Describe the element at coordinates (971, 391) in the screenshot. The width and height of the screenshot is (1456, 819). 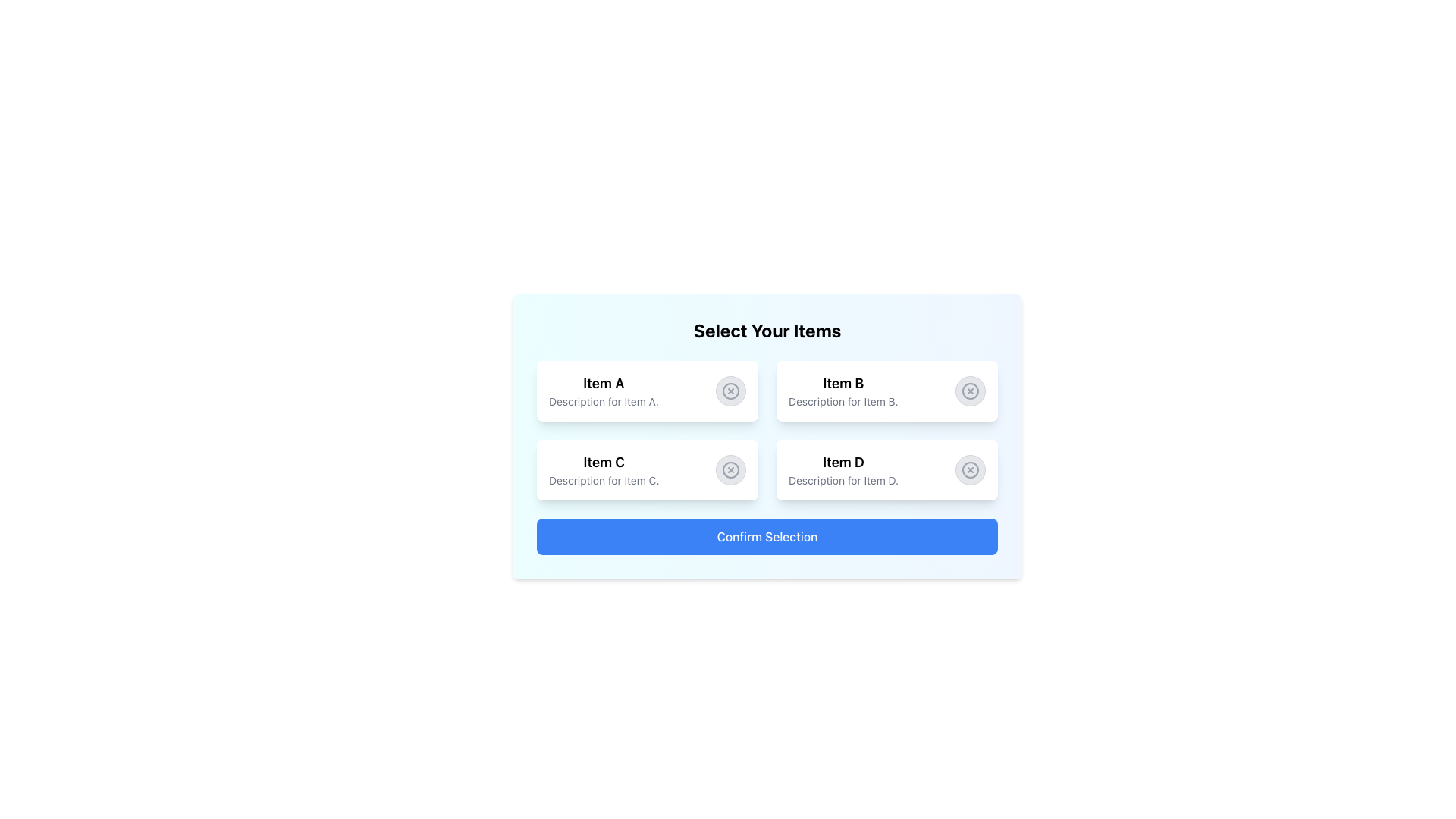
I see `the circular 'X' button in the upper-right corner of 'Item B' to deselect or remove the item` at that location.